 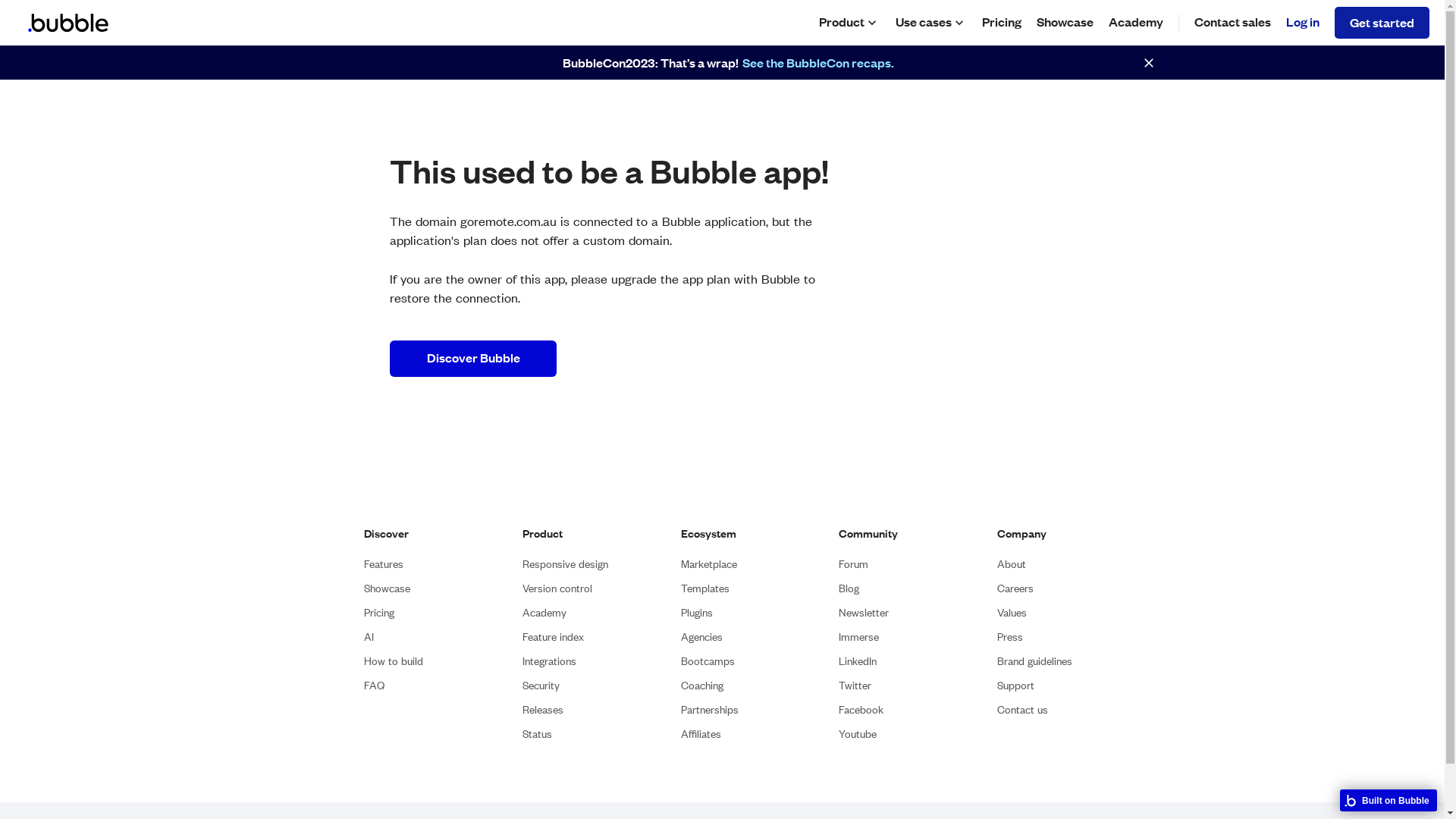 I want to click on 'Pricing', so click(x=1001, y=23).